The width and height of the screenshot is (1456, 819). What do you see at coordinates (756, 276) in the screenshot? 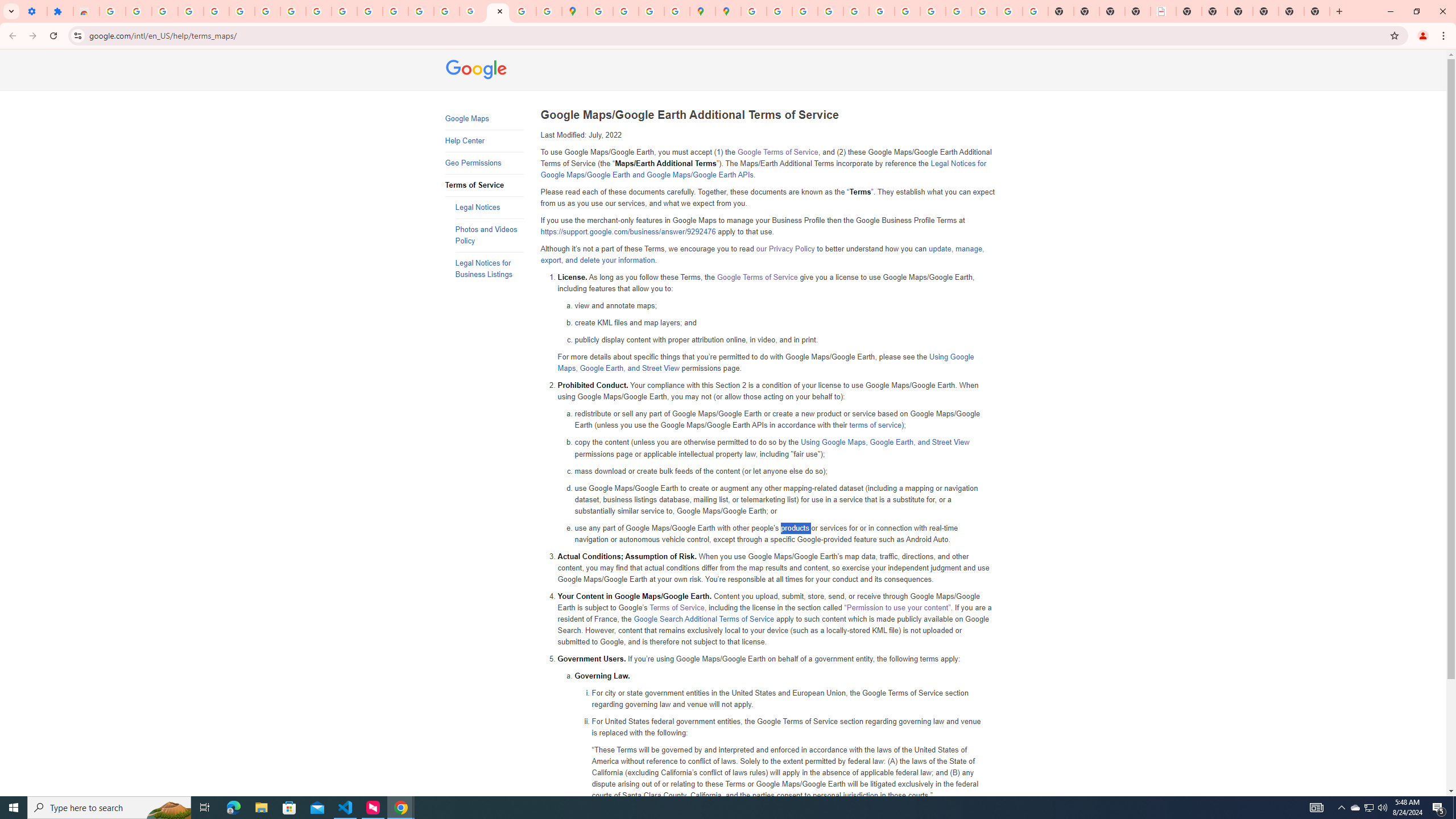
I see `'Google Terms of Service'` at bounding box center [756, 276].